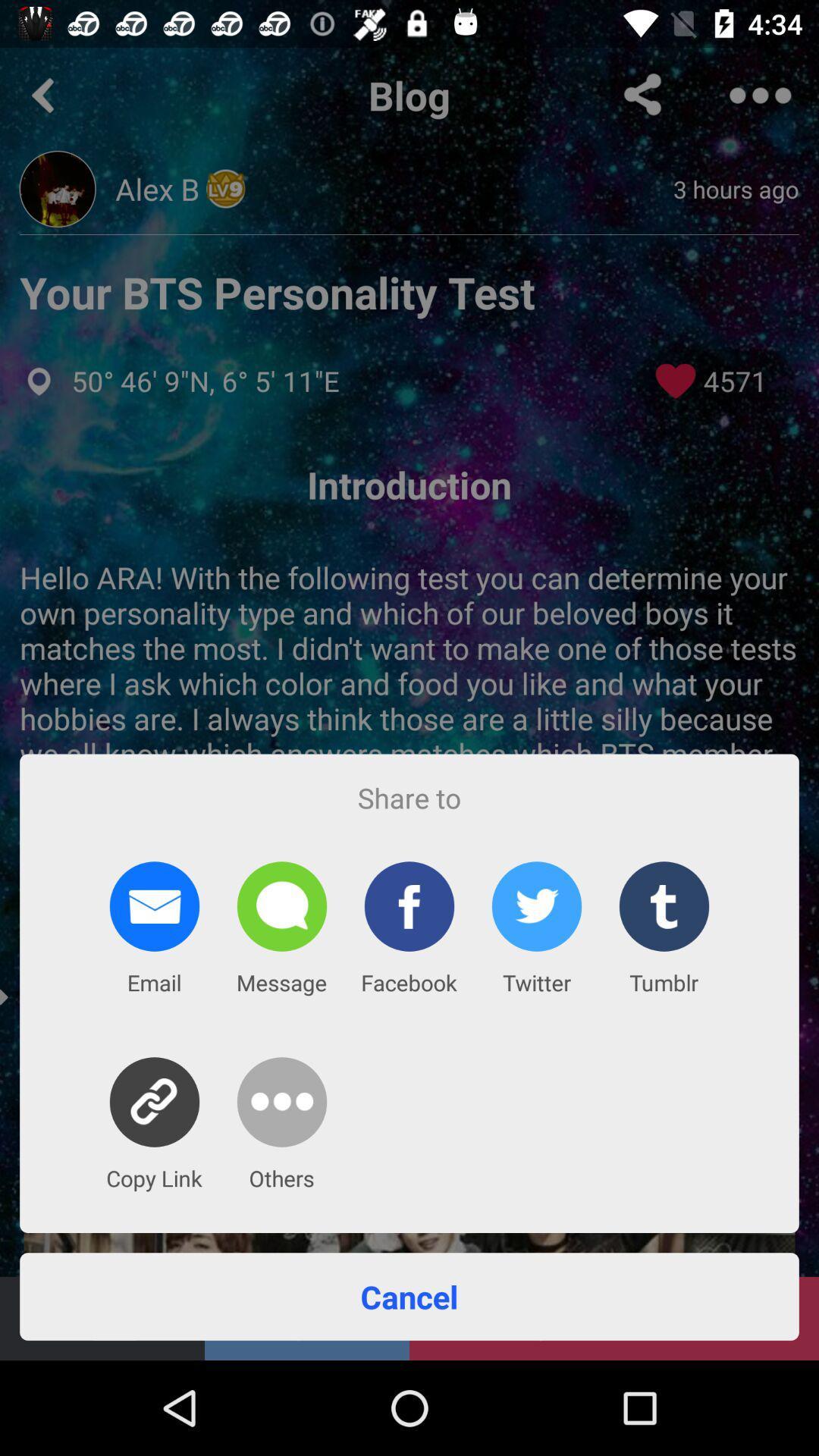 The image size is (819, 1456). Describe the element at coordinates (155, 1102) in the screenshot. I see `the icon which is above the text copy link` at that location.